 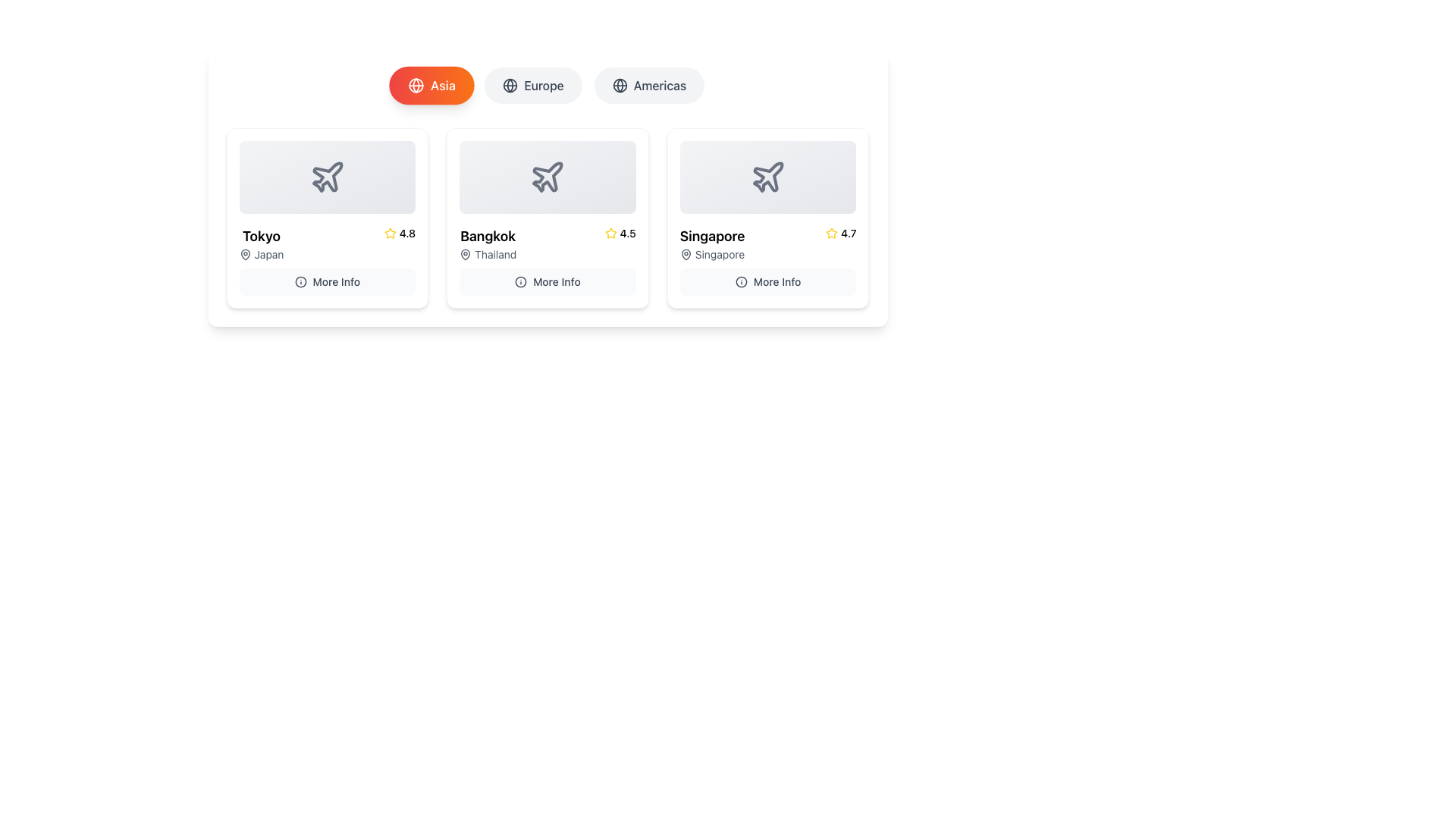 I want to click on the geographical icon indicating 'Singapore' located next to the text 'Singapore' and above the 'More Info' button, so click(x=685, y=253).